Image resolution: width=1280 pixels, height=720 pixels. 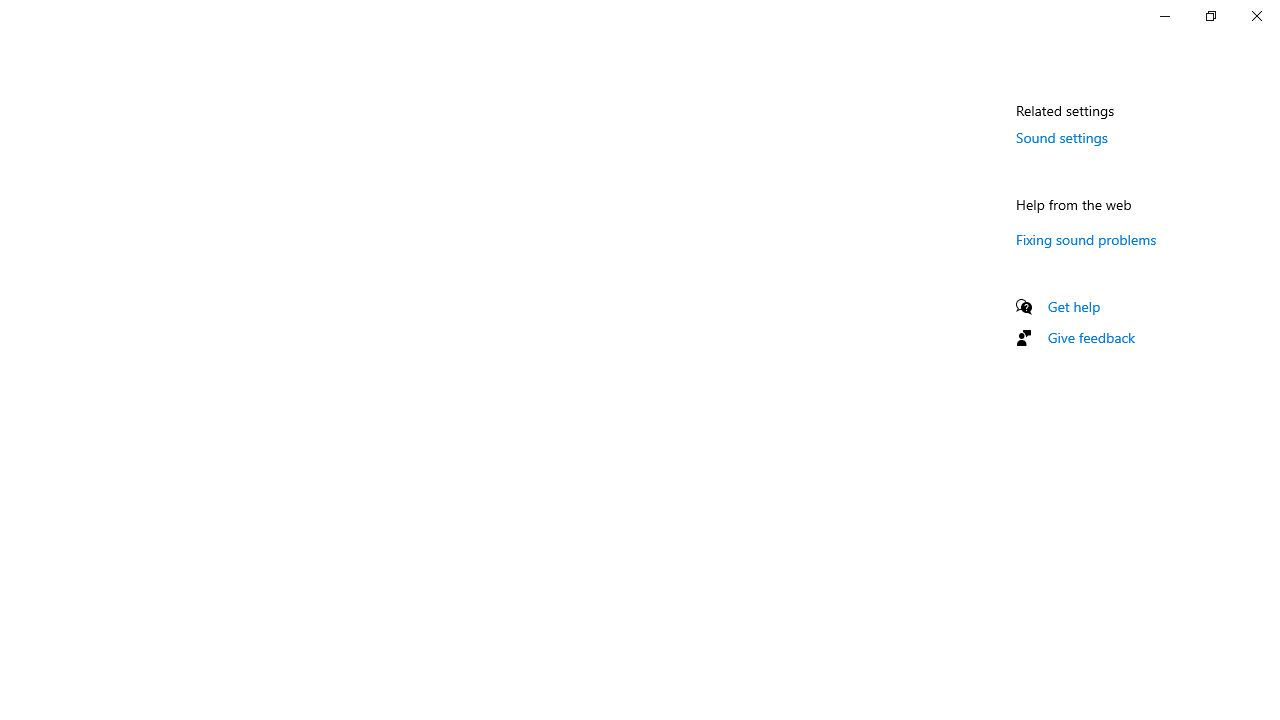 I want to click on 'Give feedback', so click(x=1090, y=336).